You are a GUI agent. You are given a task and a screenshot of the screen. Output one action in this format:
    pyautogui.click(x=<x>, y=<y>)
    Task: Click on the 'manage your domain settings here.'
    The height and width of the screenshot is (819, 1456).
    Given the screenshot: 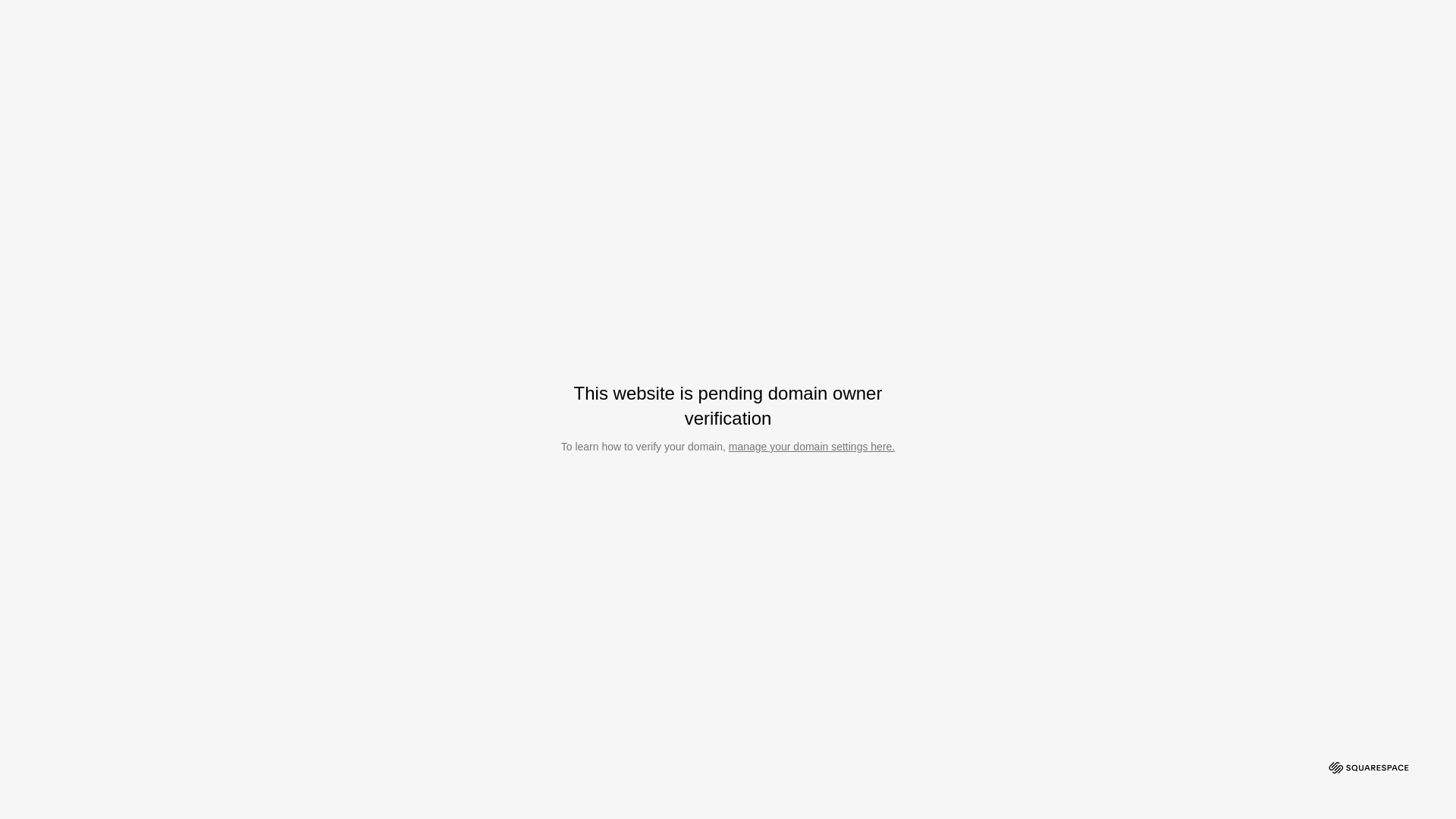 What is the action you would take?
    pyautogui.click(x=811, y=446)
    